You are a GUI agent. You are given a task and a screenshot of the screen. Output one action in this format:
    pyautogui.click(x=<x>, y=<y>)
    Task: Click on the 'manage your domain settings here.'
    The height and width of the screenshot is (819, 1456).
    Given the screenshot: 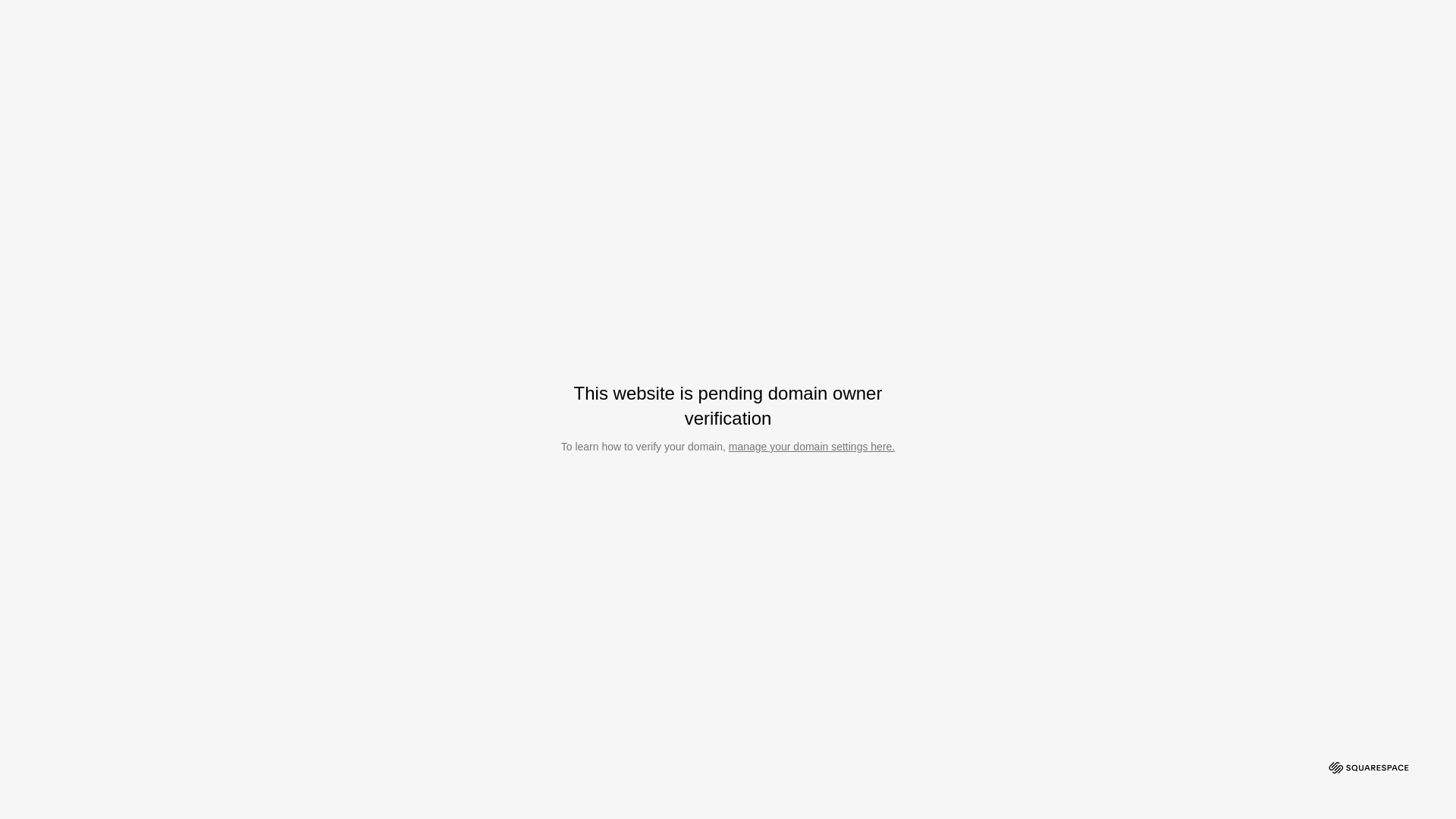 What is the action you would take?
    pyautogui.click(x=811, y=446)
    